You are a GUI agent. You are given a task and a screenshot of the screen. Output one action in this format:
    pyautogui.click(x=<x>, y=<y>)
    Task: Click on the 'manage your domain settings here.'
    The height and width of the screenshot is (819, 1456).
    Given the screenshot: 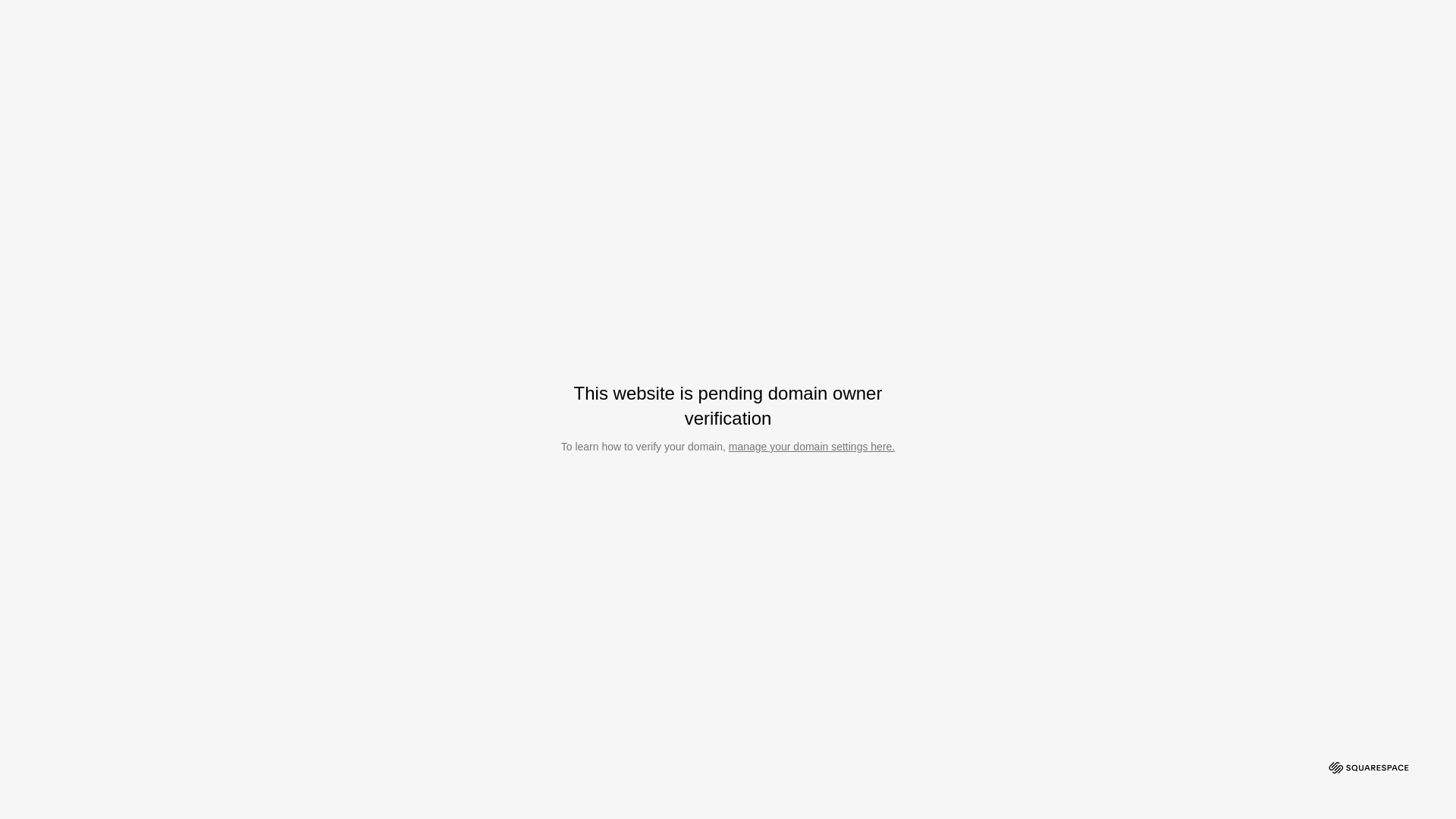 What is the action you would take?
    pyautogui.click(x=811, y=446)
    